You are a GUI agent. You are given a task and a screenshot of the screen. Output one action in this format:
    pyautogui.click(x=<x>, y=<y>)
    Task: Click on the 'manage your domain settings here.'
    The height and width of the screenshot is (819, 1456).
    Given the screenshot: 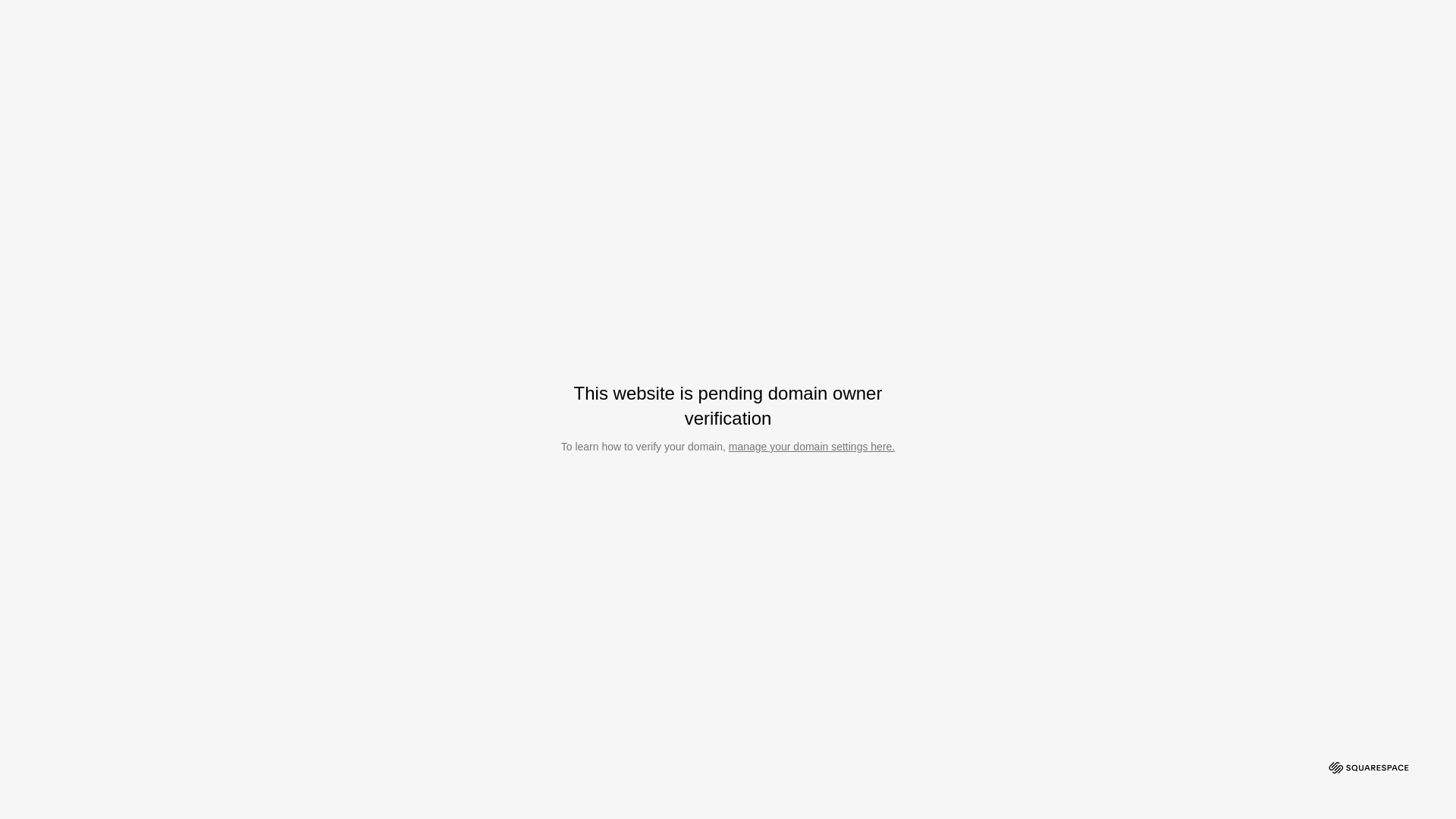 What is the action you would take?
    pyautogui.click(x=811, y=446)
    